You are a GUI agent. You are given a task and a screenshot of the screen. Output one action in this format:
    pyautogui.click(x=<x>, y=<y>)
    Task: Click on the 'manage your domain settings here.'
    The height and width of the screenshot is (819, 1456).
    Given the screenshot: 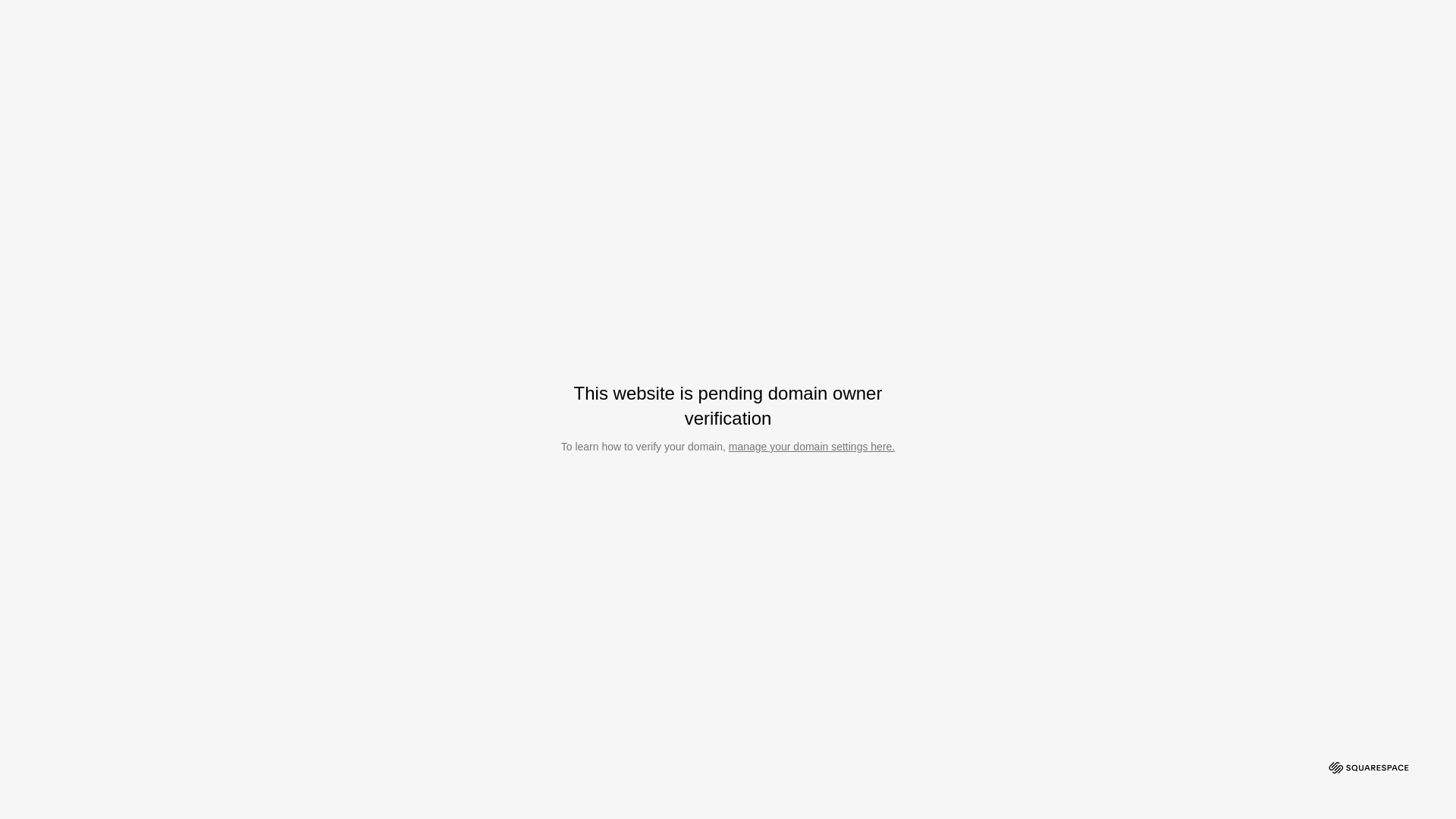 What is the action you would take?
    pyautogui.click(x=811, y=446)
    